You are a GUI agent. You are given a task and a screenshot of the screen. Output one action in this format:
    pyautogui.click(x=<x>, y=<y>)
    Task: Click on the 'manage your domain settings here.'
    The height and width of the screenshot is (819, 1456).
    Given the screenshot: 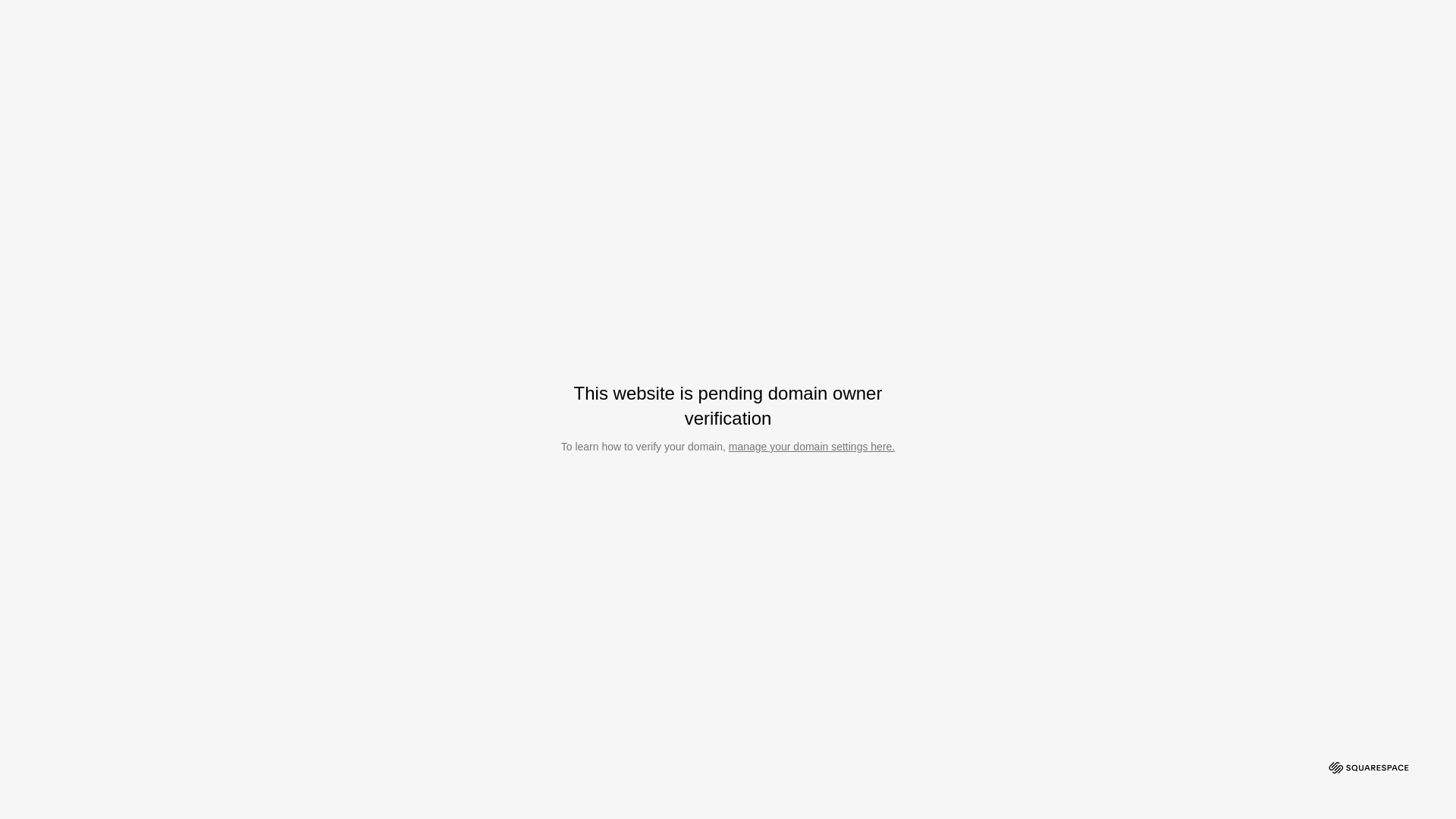 What is the action you would take?
    pyautogui.click(x=811, y=446)
    